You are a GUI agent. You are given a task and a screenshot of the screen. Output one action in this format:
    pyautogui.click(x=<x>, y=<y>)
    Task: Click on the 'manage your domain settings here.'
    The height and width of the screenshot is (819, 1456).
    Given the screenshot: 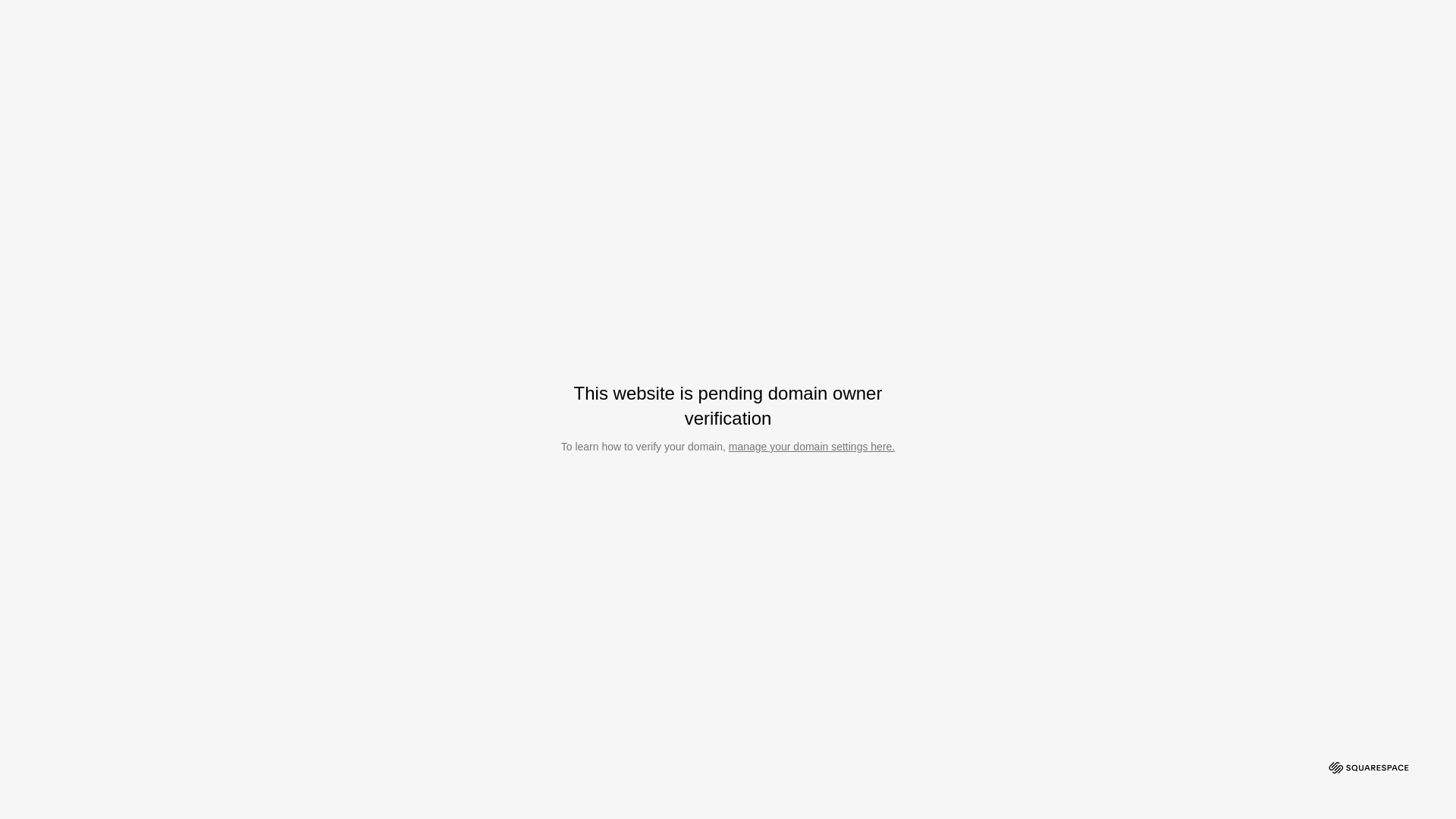 What is the action you would take?
    pyautogui.click(x=811, y=446)
    